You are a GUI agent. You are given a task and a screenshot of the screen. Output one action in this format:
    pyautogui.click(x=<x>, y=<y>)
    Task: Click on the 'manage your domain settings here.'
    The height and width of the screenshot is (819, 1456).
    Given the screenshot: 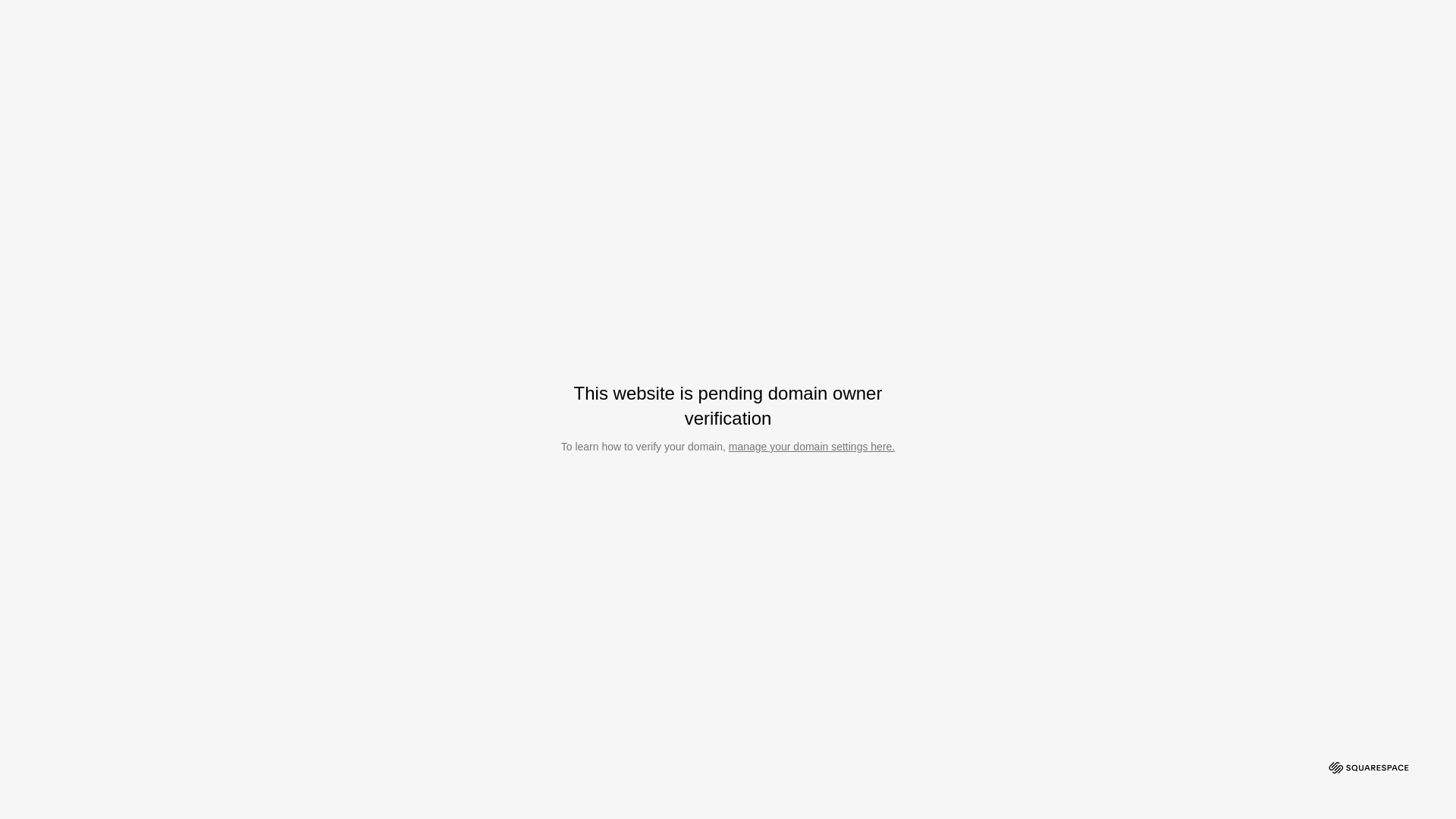 What is the action you would take?
    pyautogui.click(x=811, y=446)
    